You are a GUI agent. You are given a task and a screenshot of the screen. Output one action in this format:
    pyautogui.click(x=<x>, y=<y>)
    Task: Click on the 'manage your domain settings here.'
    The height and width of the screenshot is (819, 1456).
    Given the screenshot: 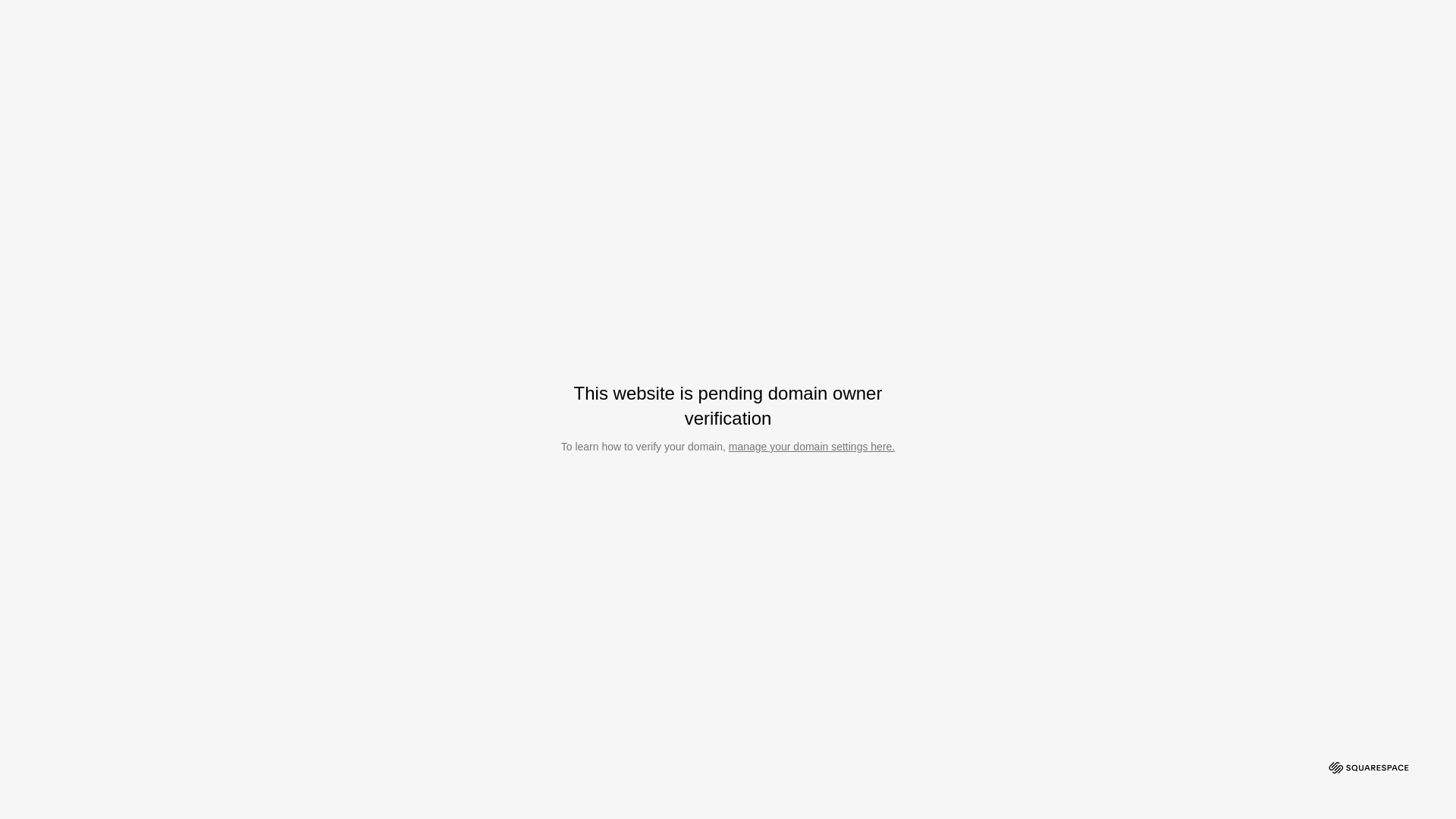 What is the action you would take?
    pyautogui.click(x=811, y=446)
    